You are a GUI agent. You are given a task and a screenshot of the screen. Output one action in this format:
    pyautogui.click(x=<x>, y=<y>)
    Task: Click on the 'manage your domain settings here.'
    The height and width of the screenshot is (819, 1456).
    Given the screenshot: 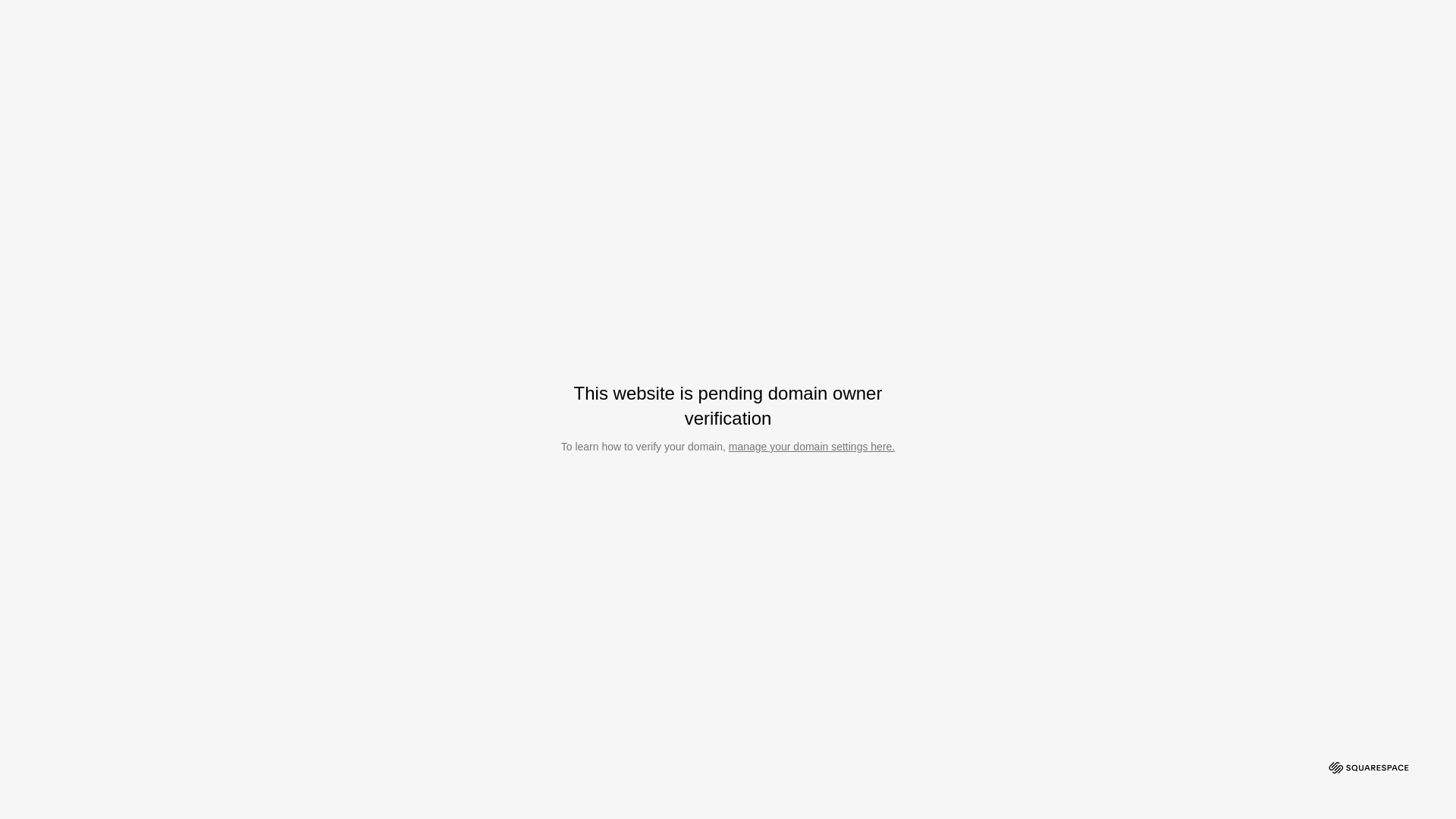 What is the action you would take?
    pyautogui.click(x=811, y=446)
    